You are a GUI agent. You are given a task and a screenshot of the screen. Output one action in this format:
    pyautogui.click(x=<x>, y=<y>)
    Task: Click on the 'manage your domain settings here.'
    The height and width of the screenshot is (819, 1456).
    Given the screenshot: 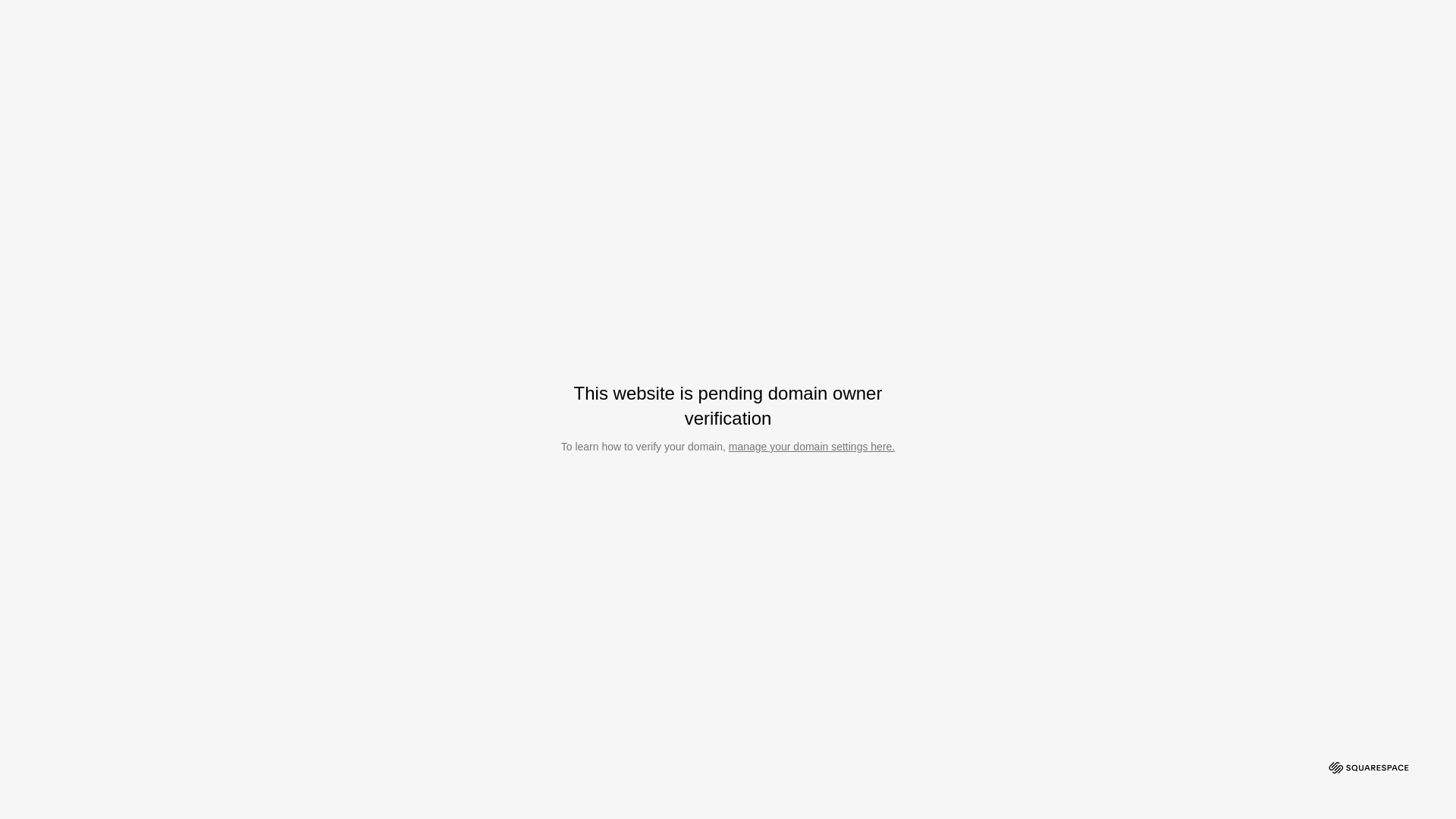 What is the action you would take?
    pyautogui.click(x=811, y=446)
    